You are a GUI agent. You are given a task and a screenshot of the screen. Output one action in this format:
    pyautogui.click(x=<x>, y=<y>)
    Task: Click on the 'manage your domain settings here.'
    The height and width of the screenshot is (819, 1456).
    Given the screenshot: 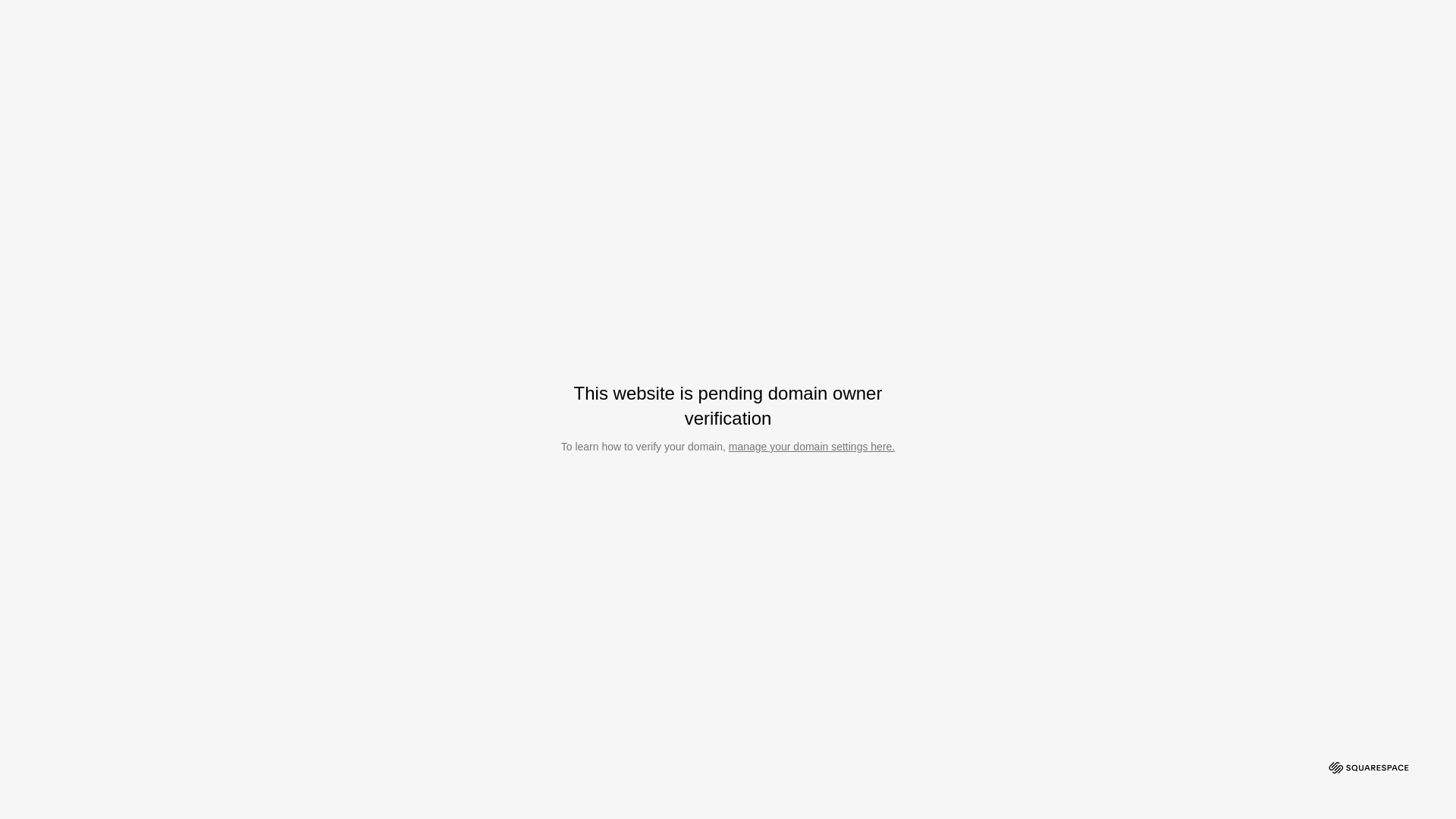 What is the action you would take?
    pyautogui.click(x=811, y=446)
    